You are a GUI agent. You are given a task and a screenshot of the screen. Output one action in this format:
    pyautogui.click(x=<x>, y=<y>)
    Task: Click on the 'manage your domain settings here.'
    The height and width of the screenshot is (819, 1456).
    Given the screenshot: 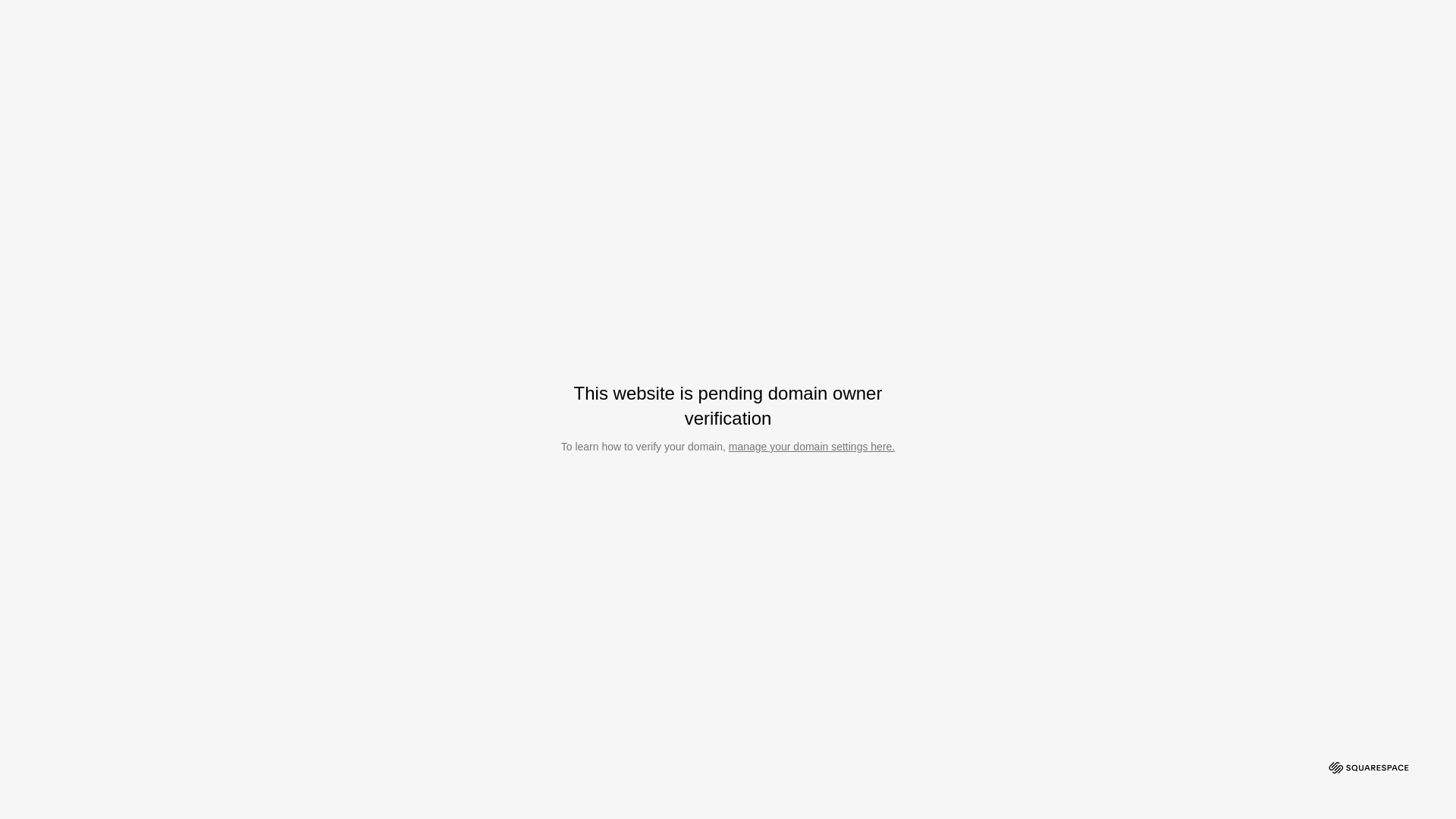 What is the action you would take?
    pyautogui.click(x=811, y=446)
    